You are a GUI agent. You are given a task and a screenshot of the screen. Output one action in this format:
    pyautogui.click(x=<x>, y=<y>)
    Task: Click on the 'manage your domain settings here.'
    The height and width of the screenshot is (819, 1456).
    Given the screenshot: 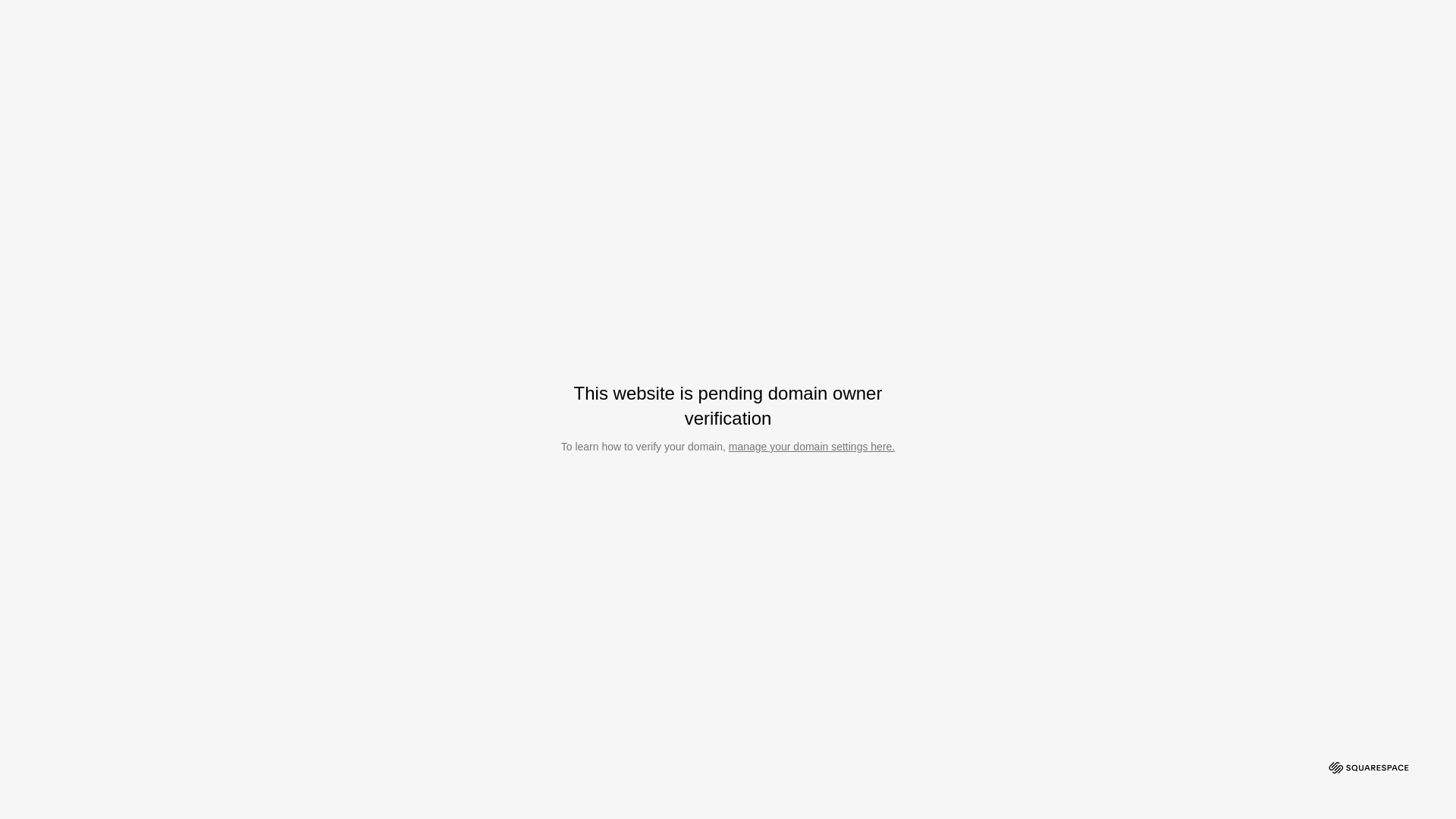 What is the action you would take?
    pyautogui.click(x=811, y=446)
    